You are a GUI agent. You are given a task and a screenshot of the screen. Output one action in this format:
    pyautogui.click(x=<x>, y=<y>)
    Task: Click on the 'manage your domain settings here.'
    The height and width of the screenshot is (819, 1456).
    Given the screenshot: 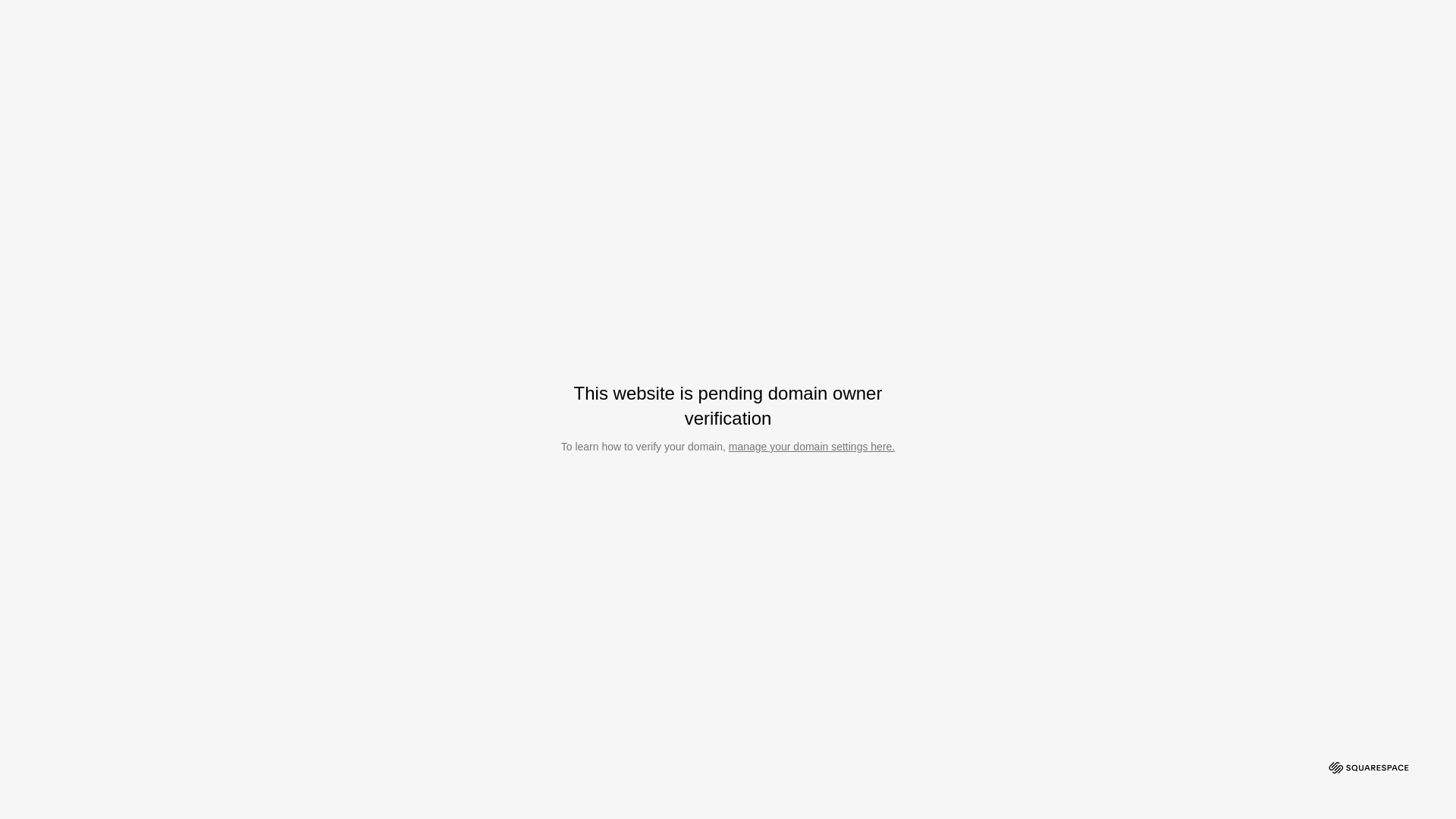 What is the action you would take?
    pyautogui.click(x=811, y=446)
    